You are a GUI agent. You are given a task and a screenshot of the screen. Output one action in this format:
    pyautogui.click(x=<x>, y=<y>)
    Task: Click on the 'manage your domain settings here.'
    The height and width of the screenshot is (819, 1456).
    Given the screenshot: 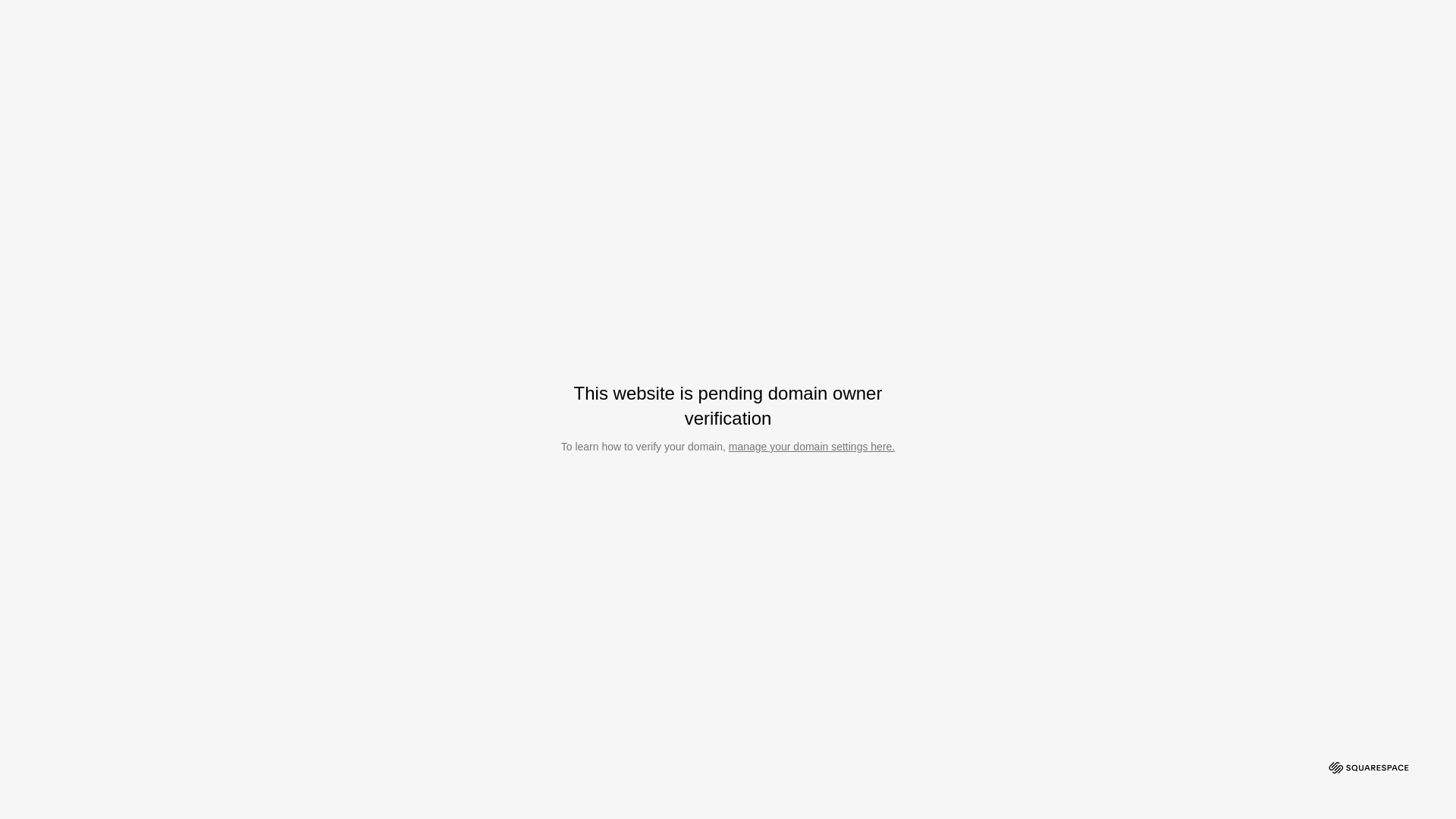 What is the action you would take?
    pyautogui.click(x=811, y=446)
    